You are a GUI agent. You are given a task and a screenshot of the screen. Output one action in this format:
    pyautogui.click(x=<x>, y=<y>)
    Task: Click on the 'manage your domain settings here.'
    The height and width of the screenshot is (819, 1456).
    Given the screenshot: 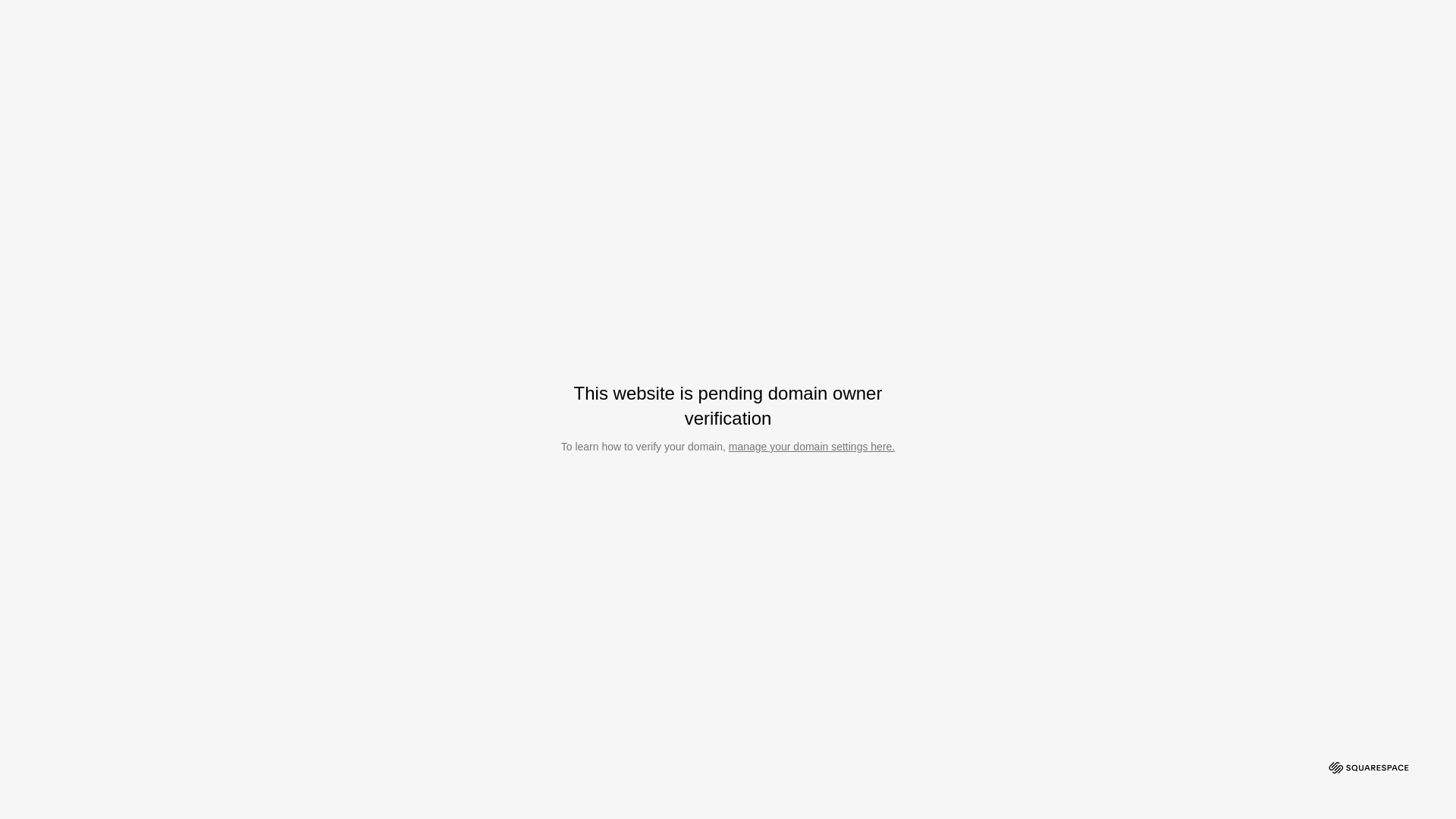 What is the action you would take?
    pyautogui.click(x=811, y=446)
    